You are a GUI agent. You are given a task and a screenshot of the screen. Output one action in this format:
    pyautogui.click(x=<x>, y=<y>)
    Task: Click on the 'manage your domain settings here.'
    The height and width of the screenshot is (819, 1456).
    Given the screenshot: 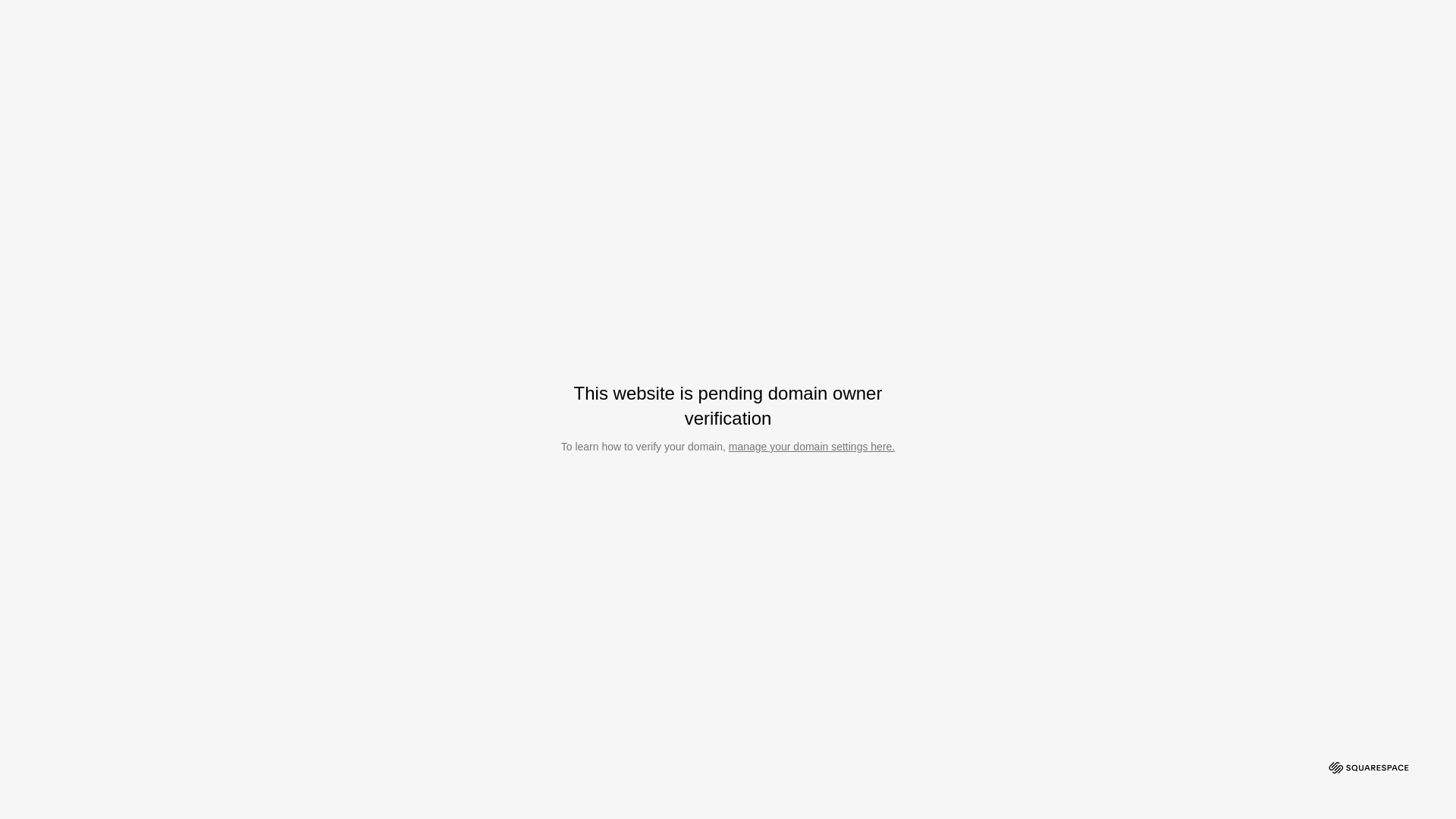 What is the action you would take?
    pyautogui.click(x=811, y=446)
    